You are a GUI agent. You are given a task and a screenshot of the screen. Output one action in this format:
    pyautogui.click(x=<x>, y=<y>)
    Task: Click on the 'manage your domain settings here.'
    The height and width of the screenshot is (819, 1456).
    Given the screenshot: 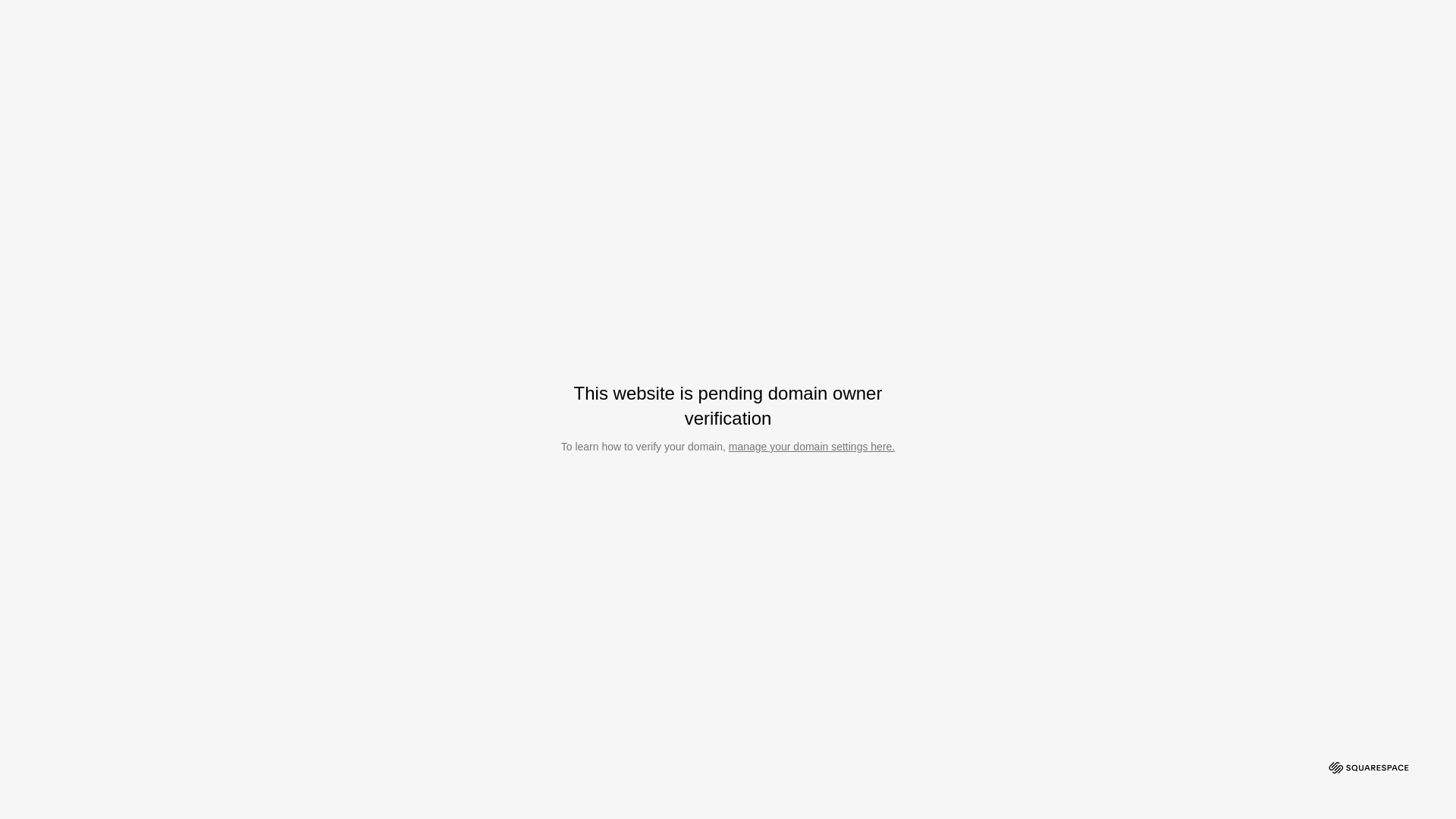 What is the action you would take?
    pyautogui.click(x=811, y=446)
    